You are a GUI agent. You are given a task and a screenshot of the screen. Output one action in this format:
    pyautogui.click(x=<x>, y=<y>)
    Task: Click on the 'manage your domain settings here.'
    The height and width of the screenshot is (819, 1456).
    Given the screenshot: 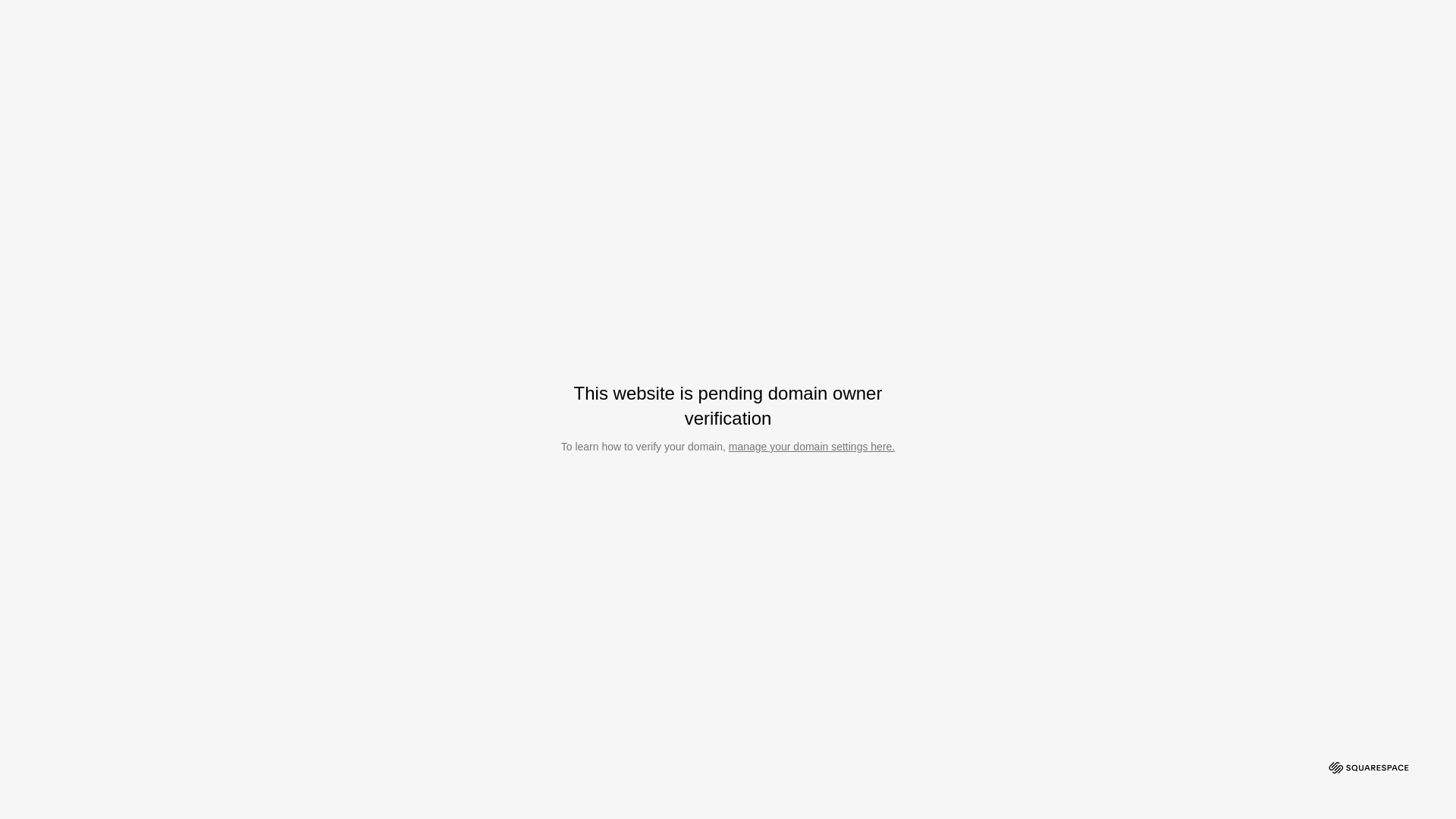 What is the action you would take?
    pyautogui.click(x=811, y=446)
    